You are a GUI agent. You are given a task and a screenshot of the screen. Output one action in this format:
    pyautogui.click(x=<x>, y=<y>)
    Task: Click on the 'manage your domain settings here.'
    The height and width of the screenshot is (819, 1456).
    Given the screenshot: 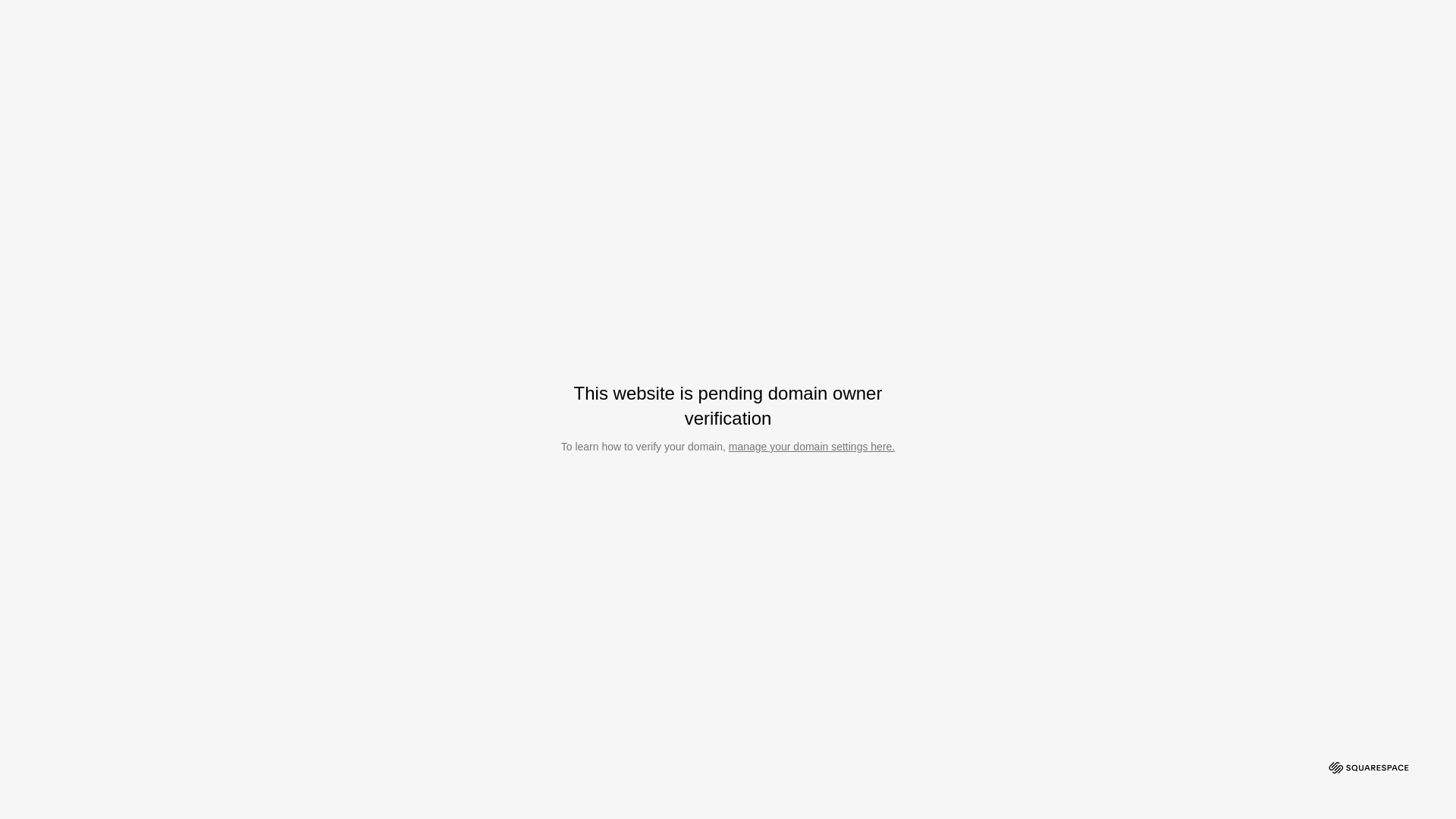 What is the action you would take?
    pyautogui.click(x=811, y=446)
    